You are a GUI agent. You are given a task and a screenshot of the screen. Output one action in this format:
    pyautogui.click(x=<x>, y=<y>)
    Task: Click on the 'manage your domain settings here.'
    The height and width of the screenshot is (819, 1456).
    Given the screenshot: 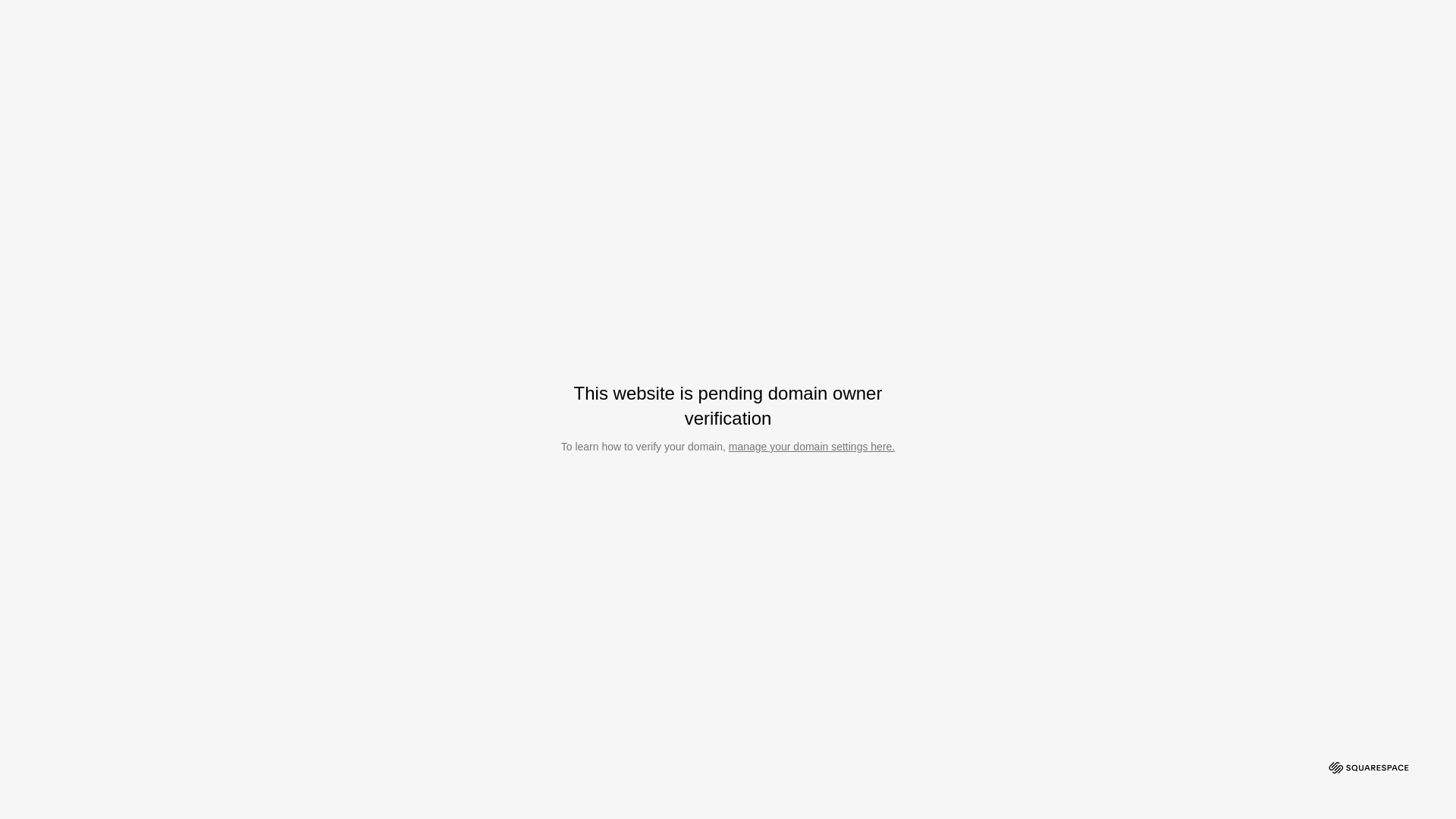 What is the action you would take?
    pyautogui.click(x=811, y=446)
    